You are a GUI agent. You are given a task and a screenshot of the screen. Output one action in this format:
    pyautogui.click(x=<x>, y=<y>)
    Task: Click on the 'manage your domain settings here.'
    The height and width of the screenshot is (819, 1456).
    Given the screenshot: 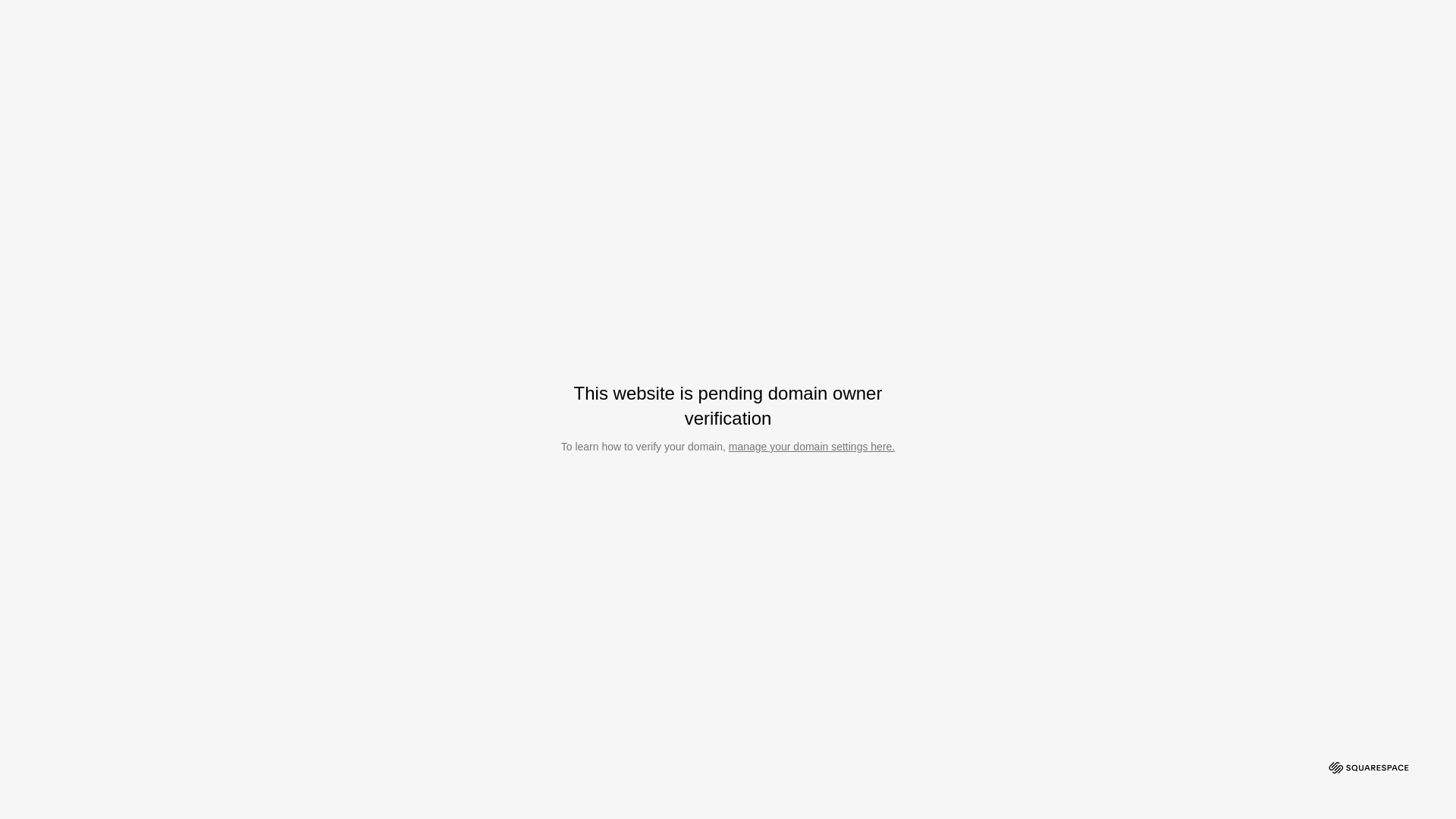 What is the action you would take?
    pyautogui.click(x=811, y=446)
    